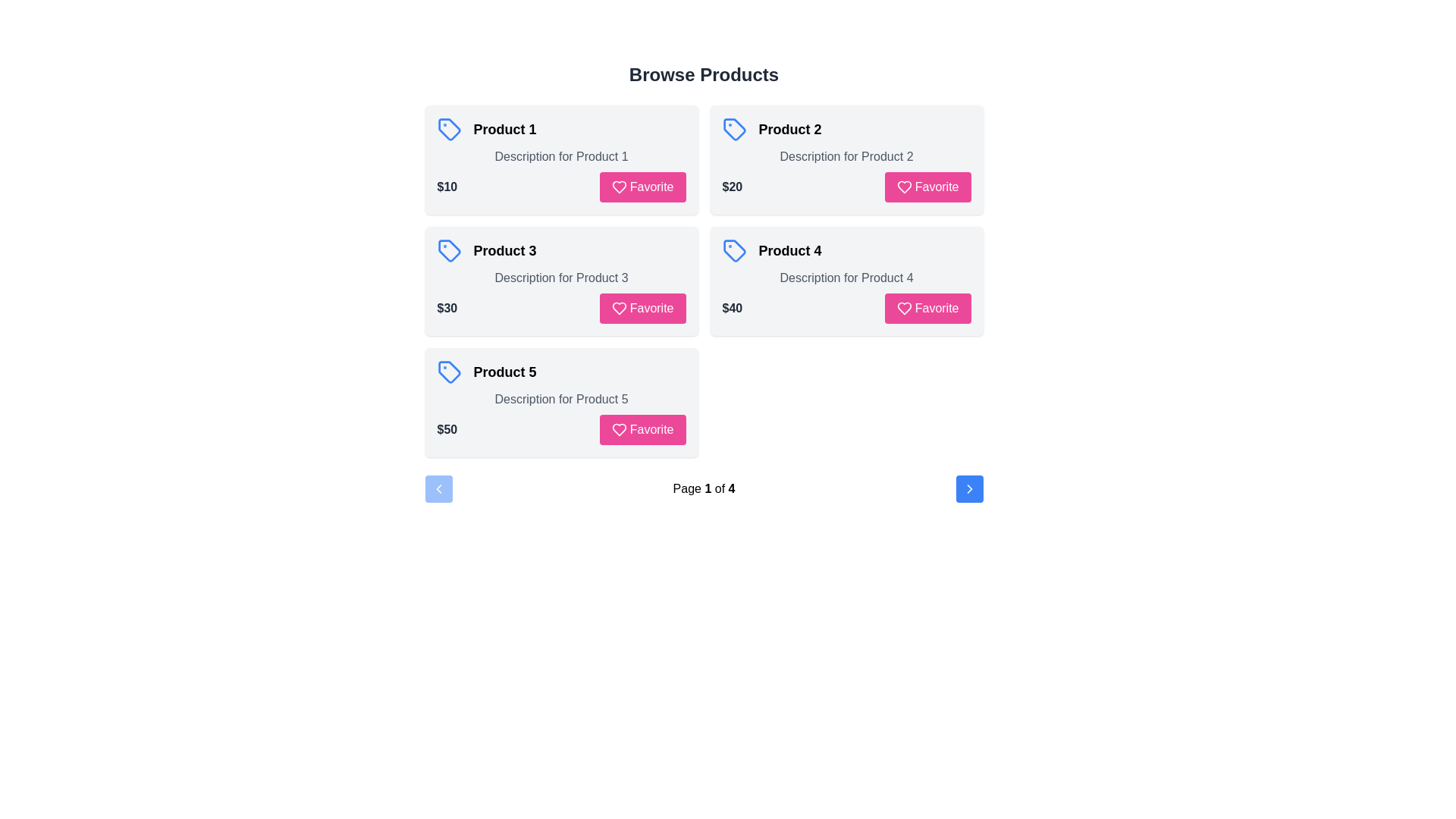 Image resolution: width=1456 pixels, height=819 pixels. What do you see at coordinates (732, 308) in the screenshot?
I see `the price label displaying '$40' in bold black font, located in the bottom section of the card for 'Product 4', to the left of the 'Favorite' button` at bounding box center [732, 308].